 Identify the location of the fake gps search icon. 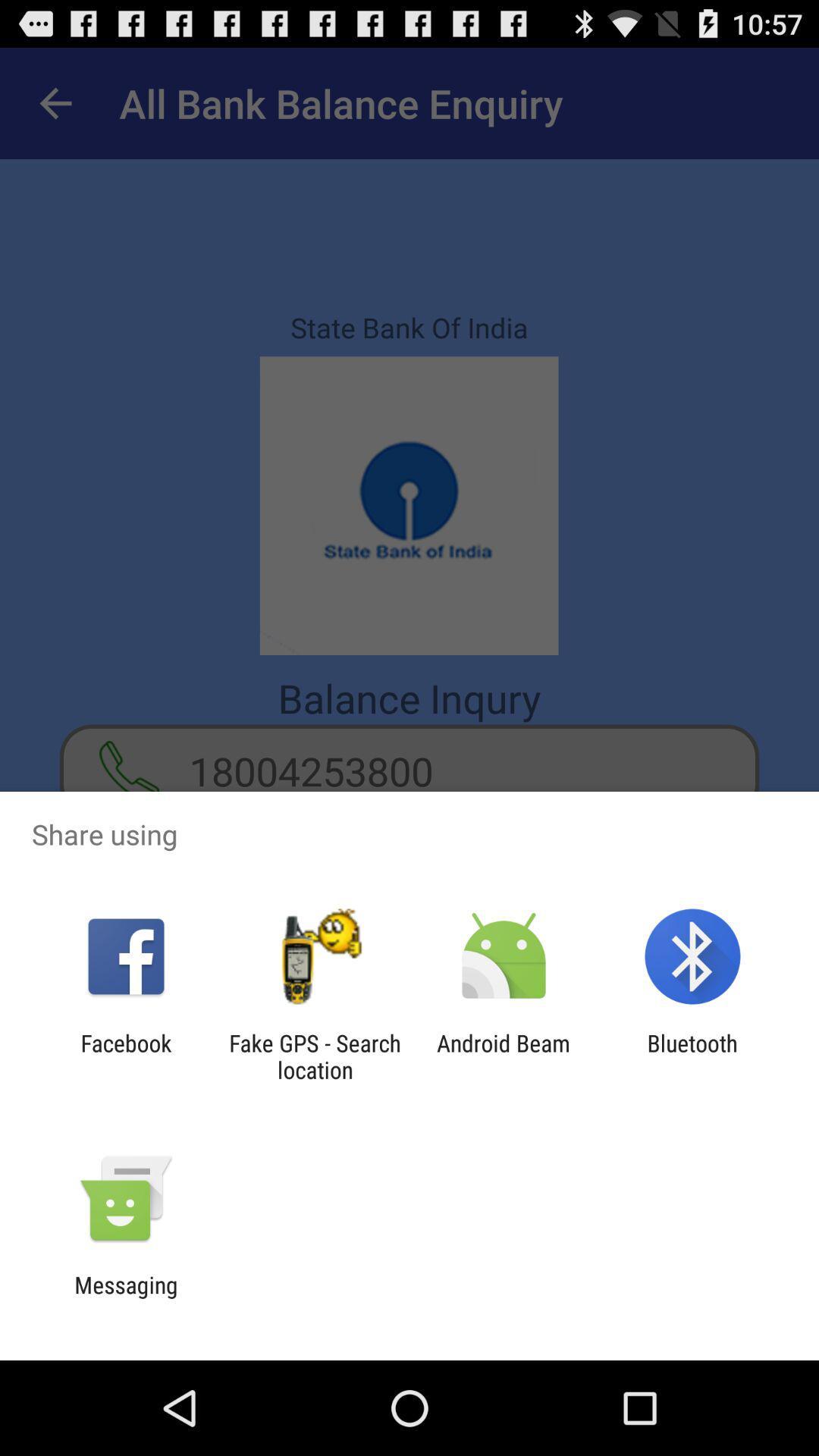
(314, 1056).